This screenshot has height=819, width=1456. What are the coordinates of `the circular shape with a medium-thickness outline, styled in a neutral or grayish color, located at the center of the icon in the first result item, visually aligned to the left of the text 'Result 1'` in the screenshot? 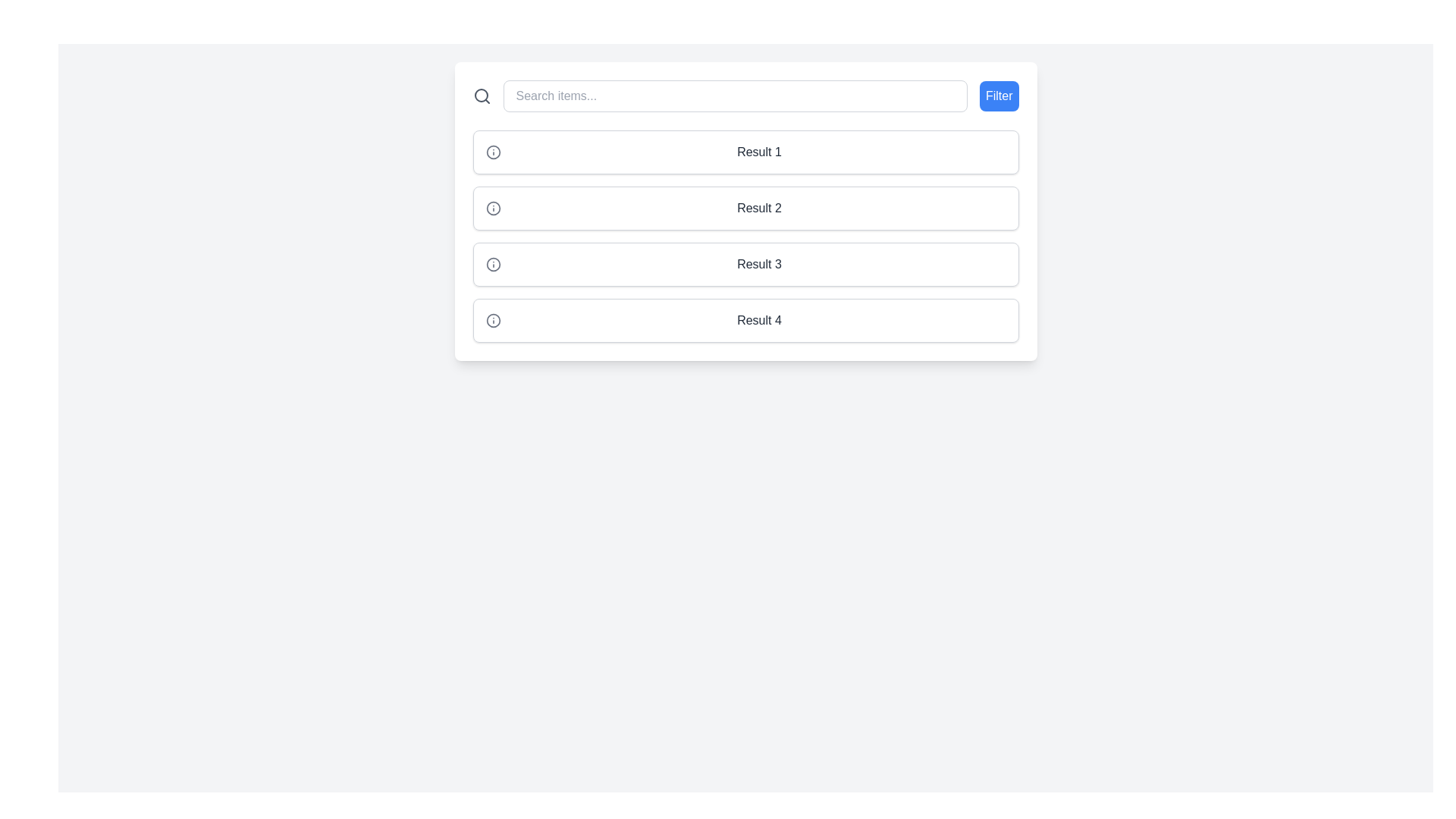 It's located at (493, 152).